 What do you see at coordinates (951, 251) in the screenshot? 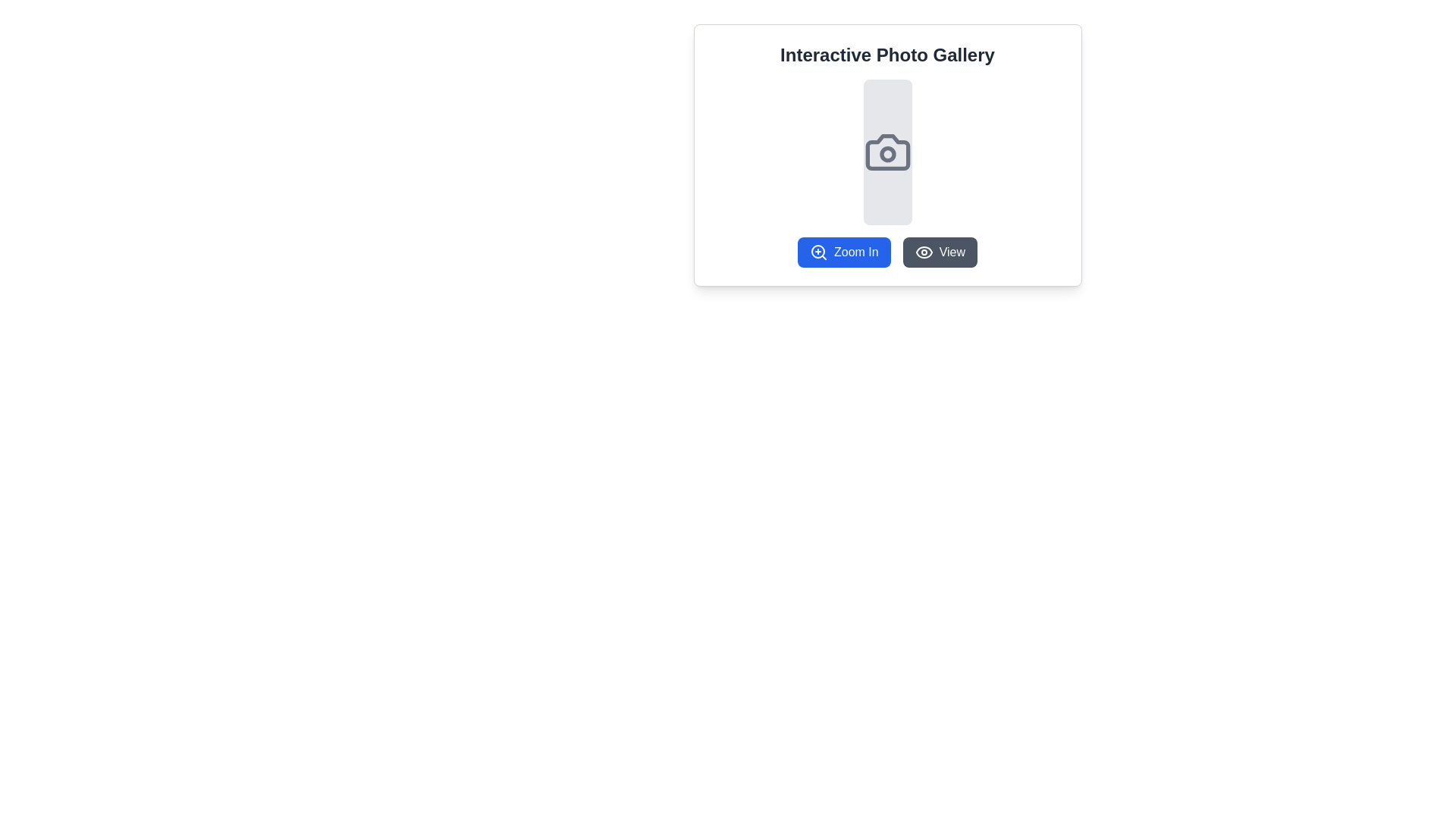
I see `the text label located within the button to the right of the 'Zoom In' button and to the left of an eye icon, which indicates its function` at bounding box center [951, 251].